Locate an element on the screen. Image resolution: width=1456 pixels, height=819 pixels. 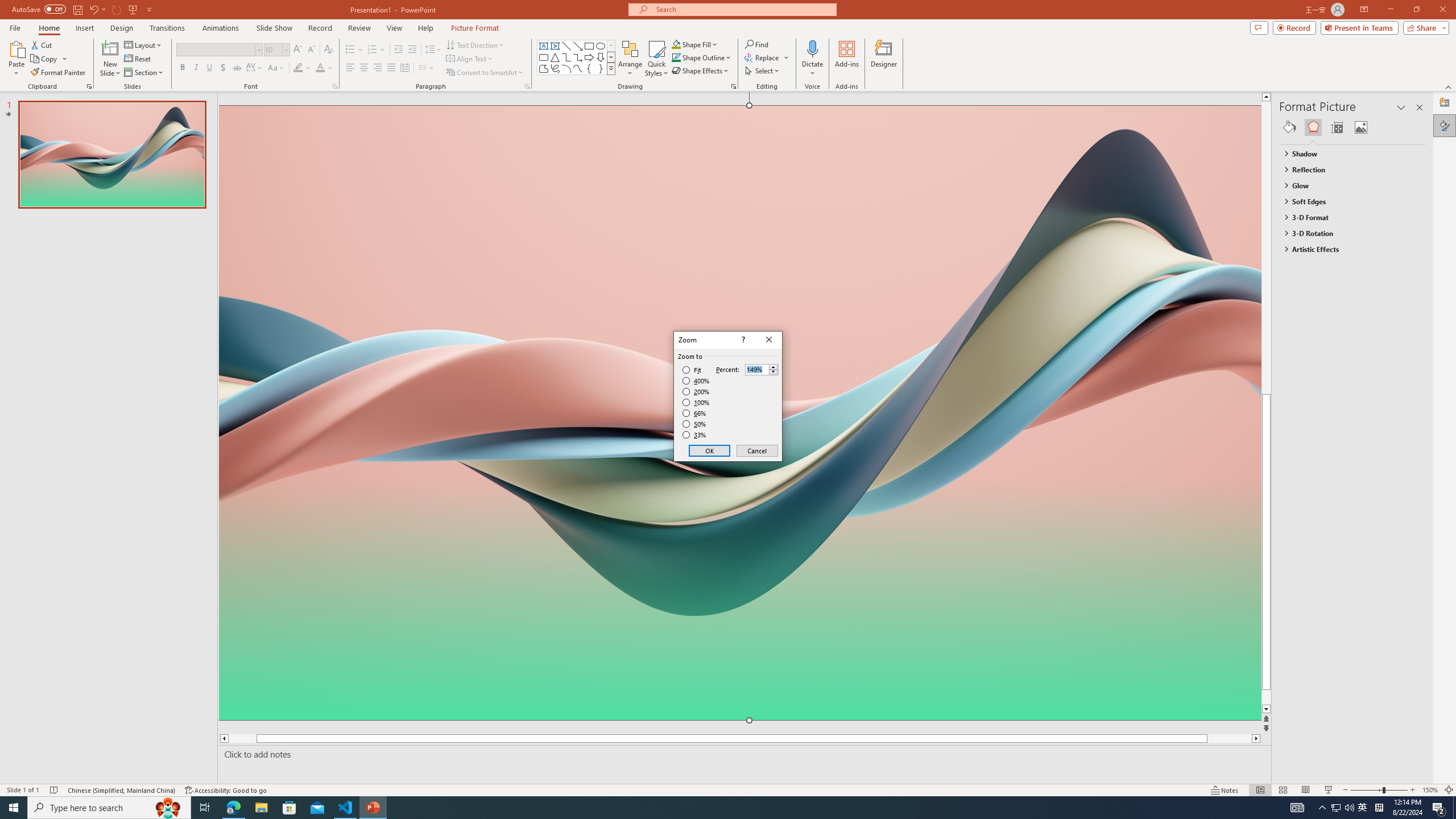
'Increase Indent' is located at coordinates (412, 49).